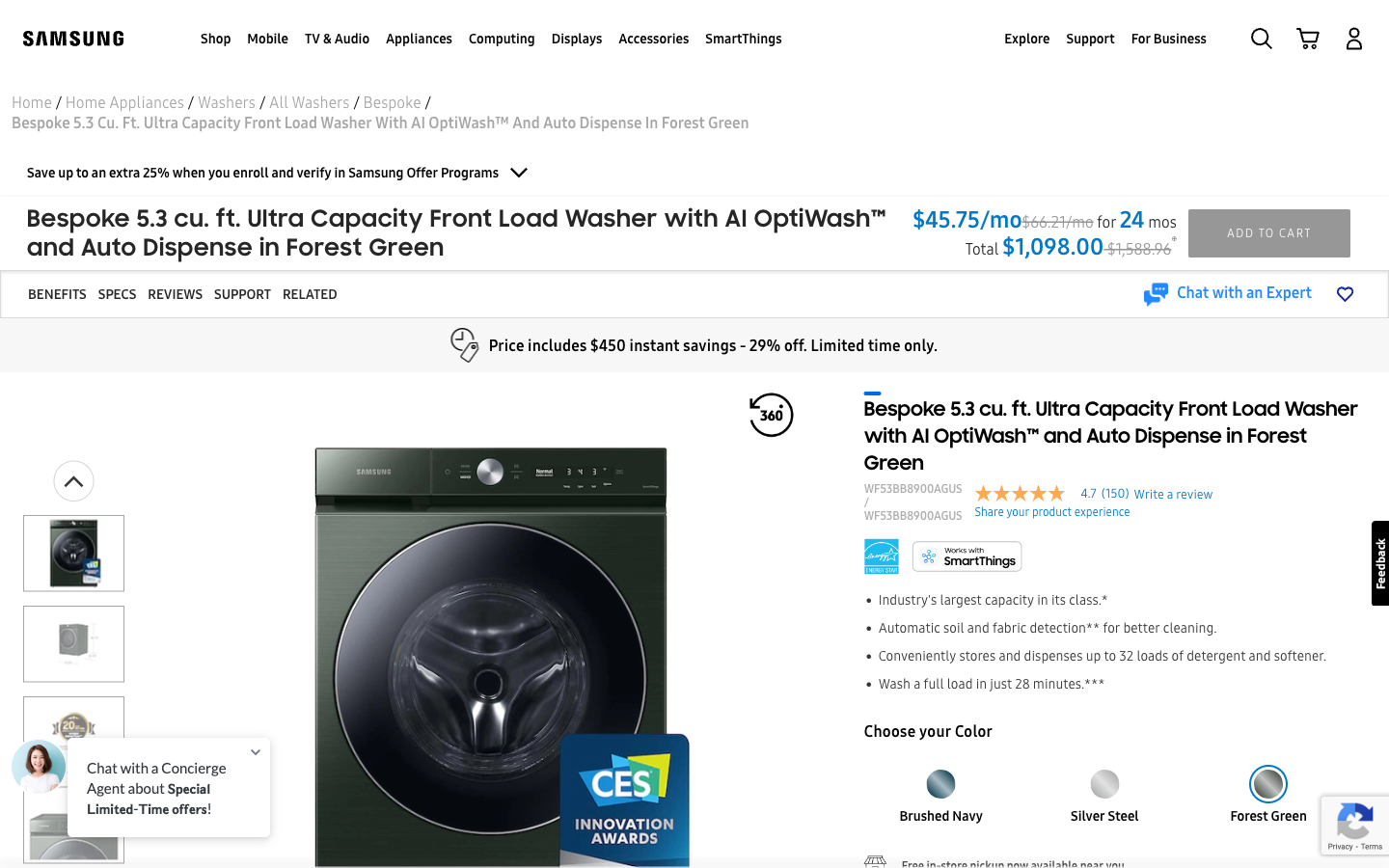  I want to click on the ocean blue color and open the fifth image, so click(1103, 777).